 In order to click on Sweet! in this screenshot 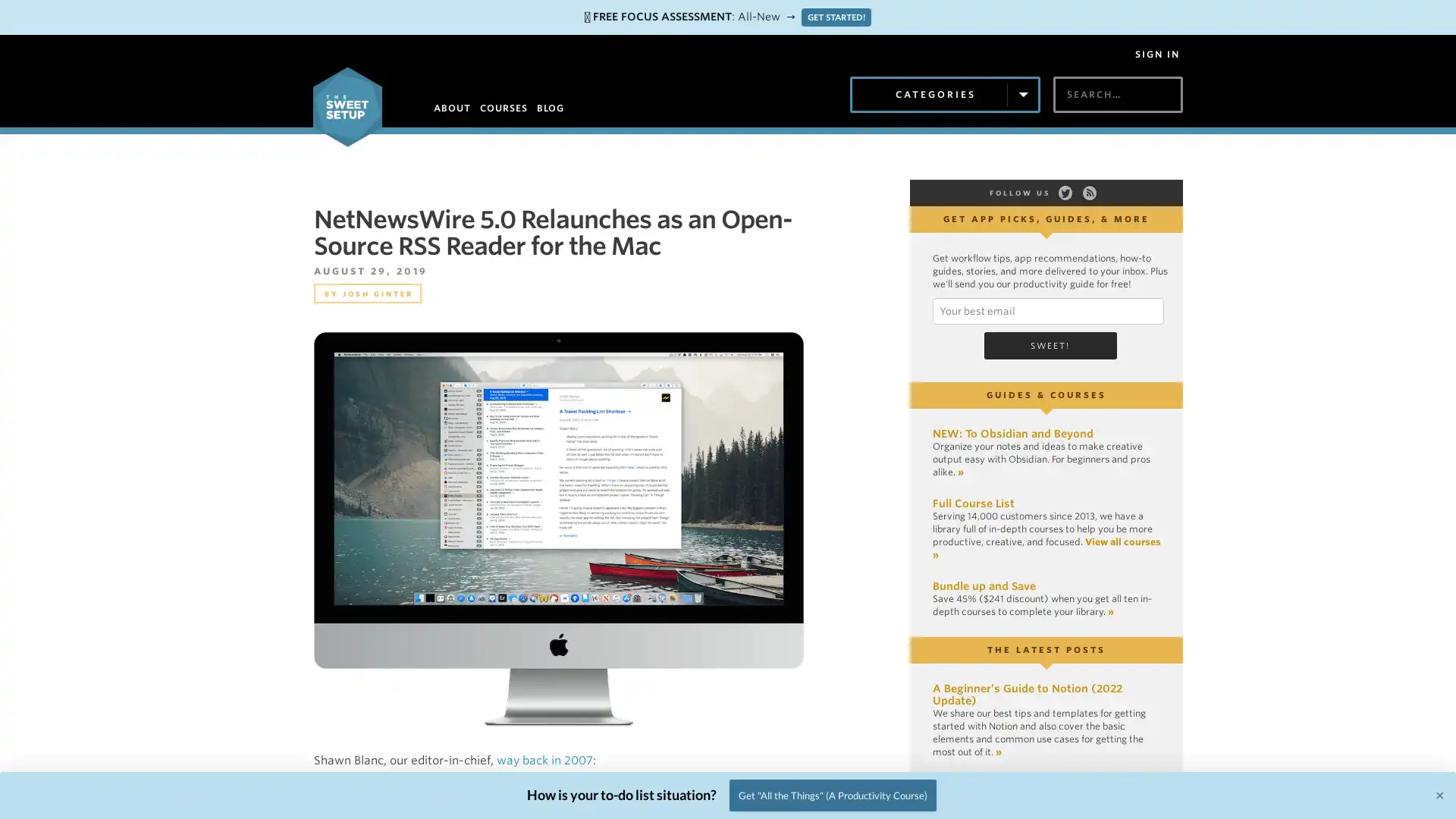, I will do `click(1049, 345)`.